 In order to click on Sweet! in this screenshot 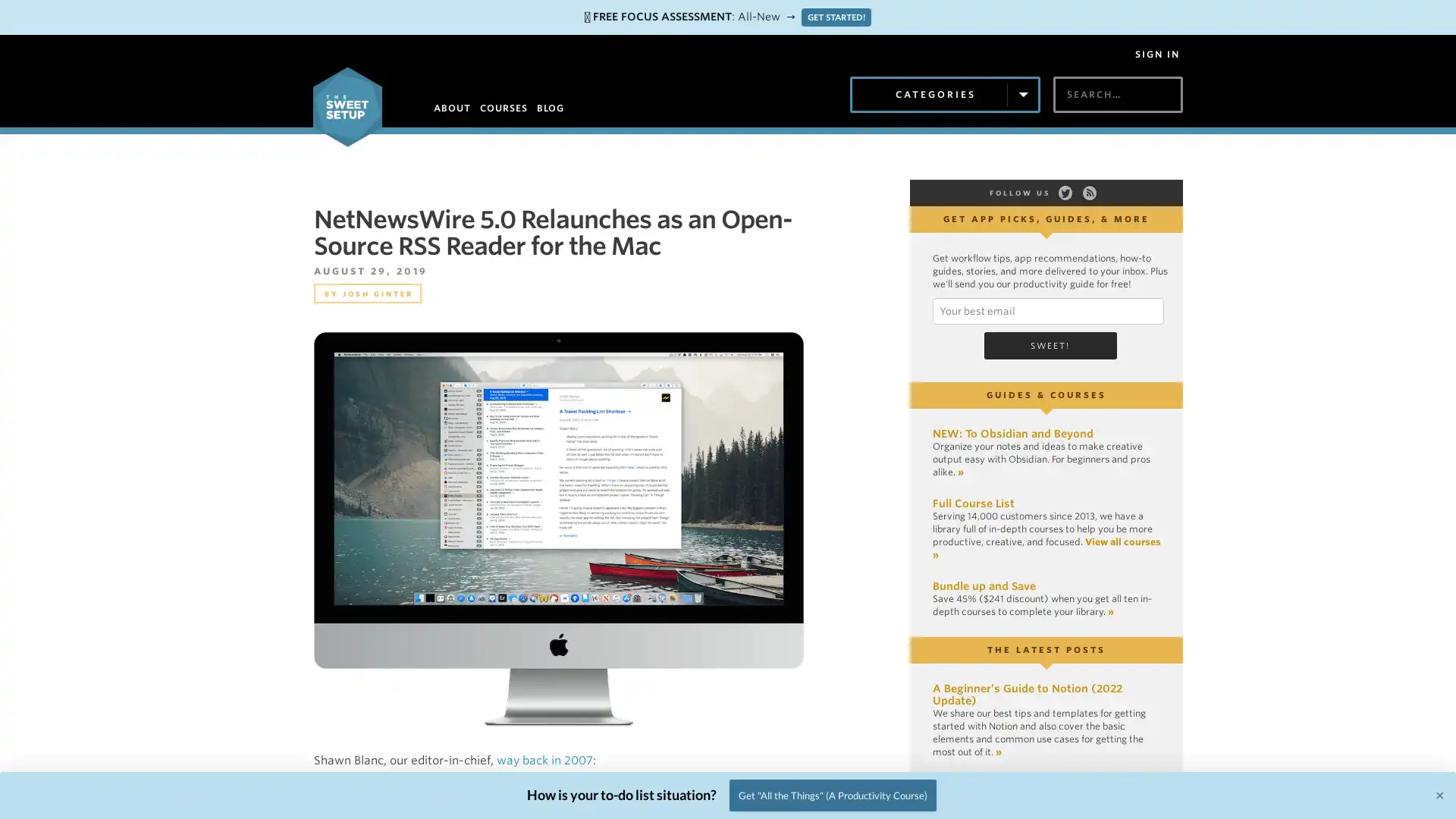, I will do `click(1049, 345)`.